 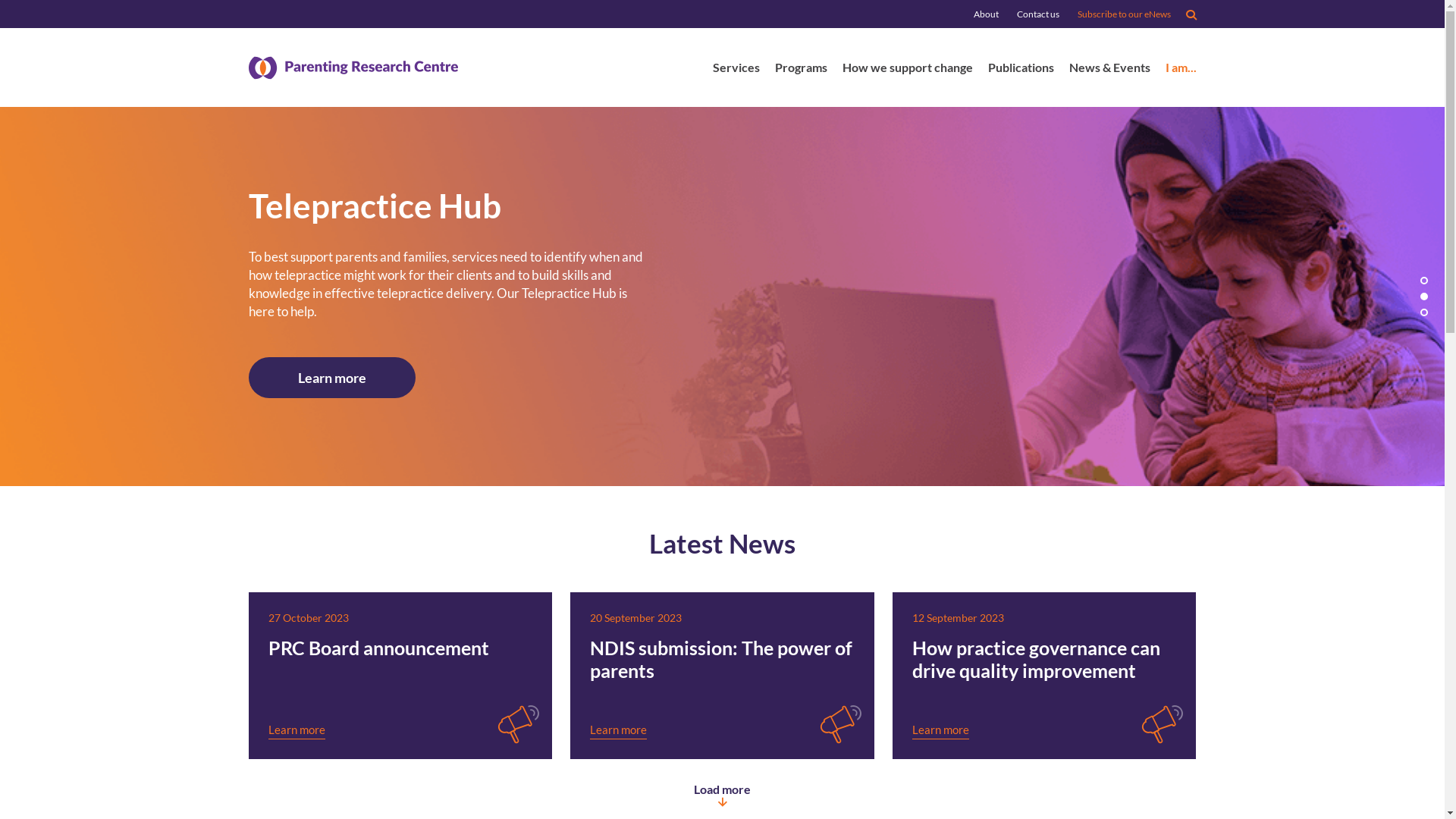 I want to click on 'Load more', so click(x=721, y=793).